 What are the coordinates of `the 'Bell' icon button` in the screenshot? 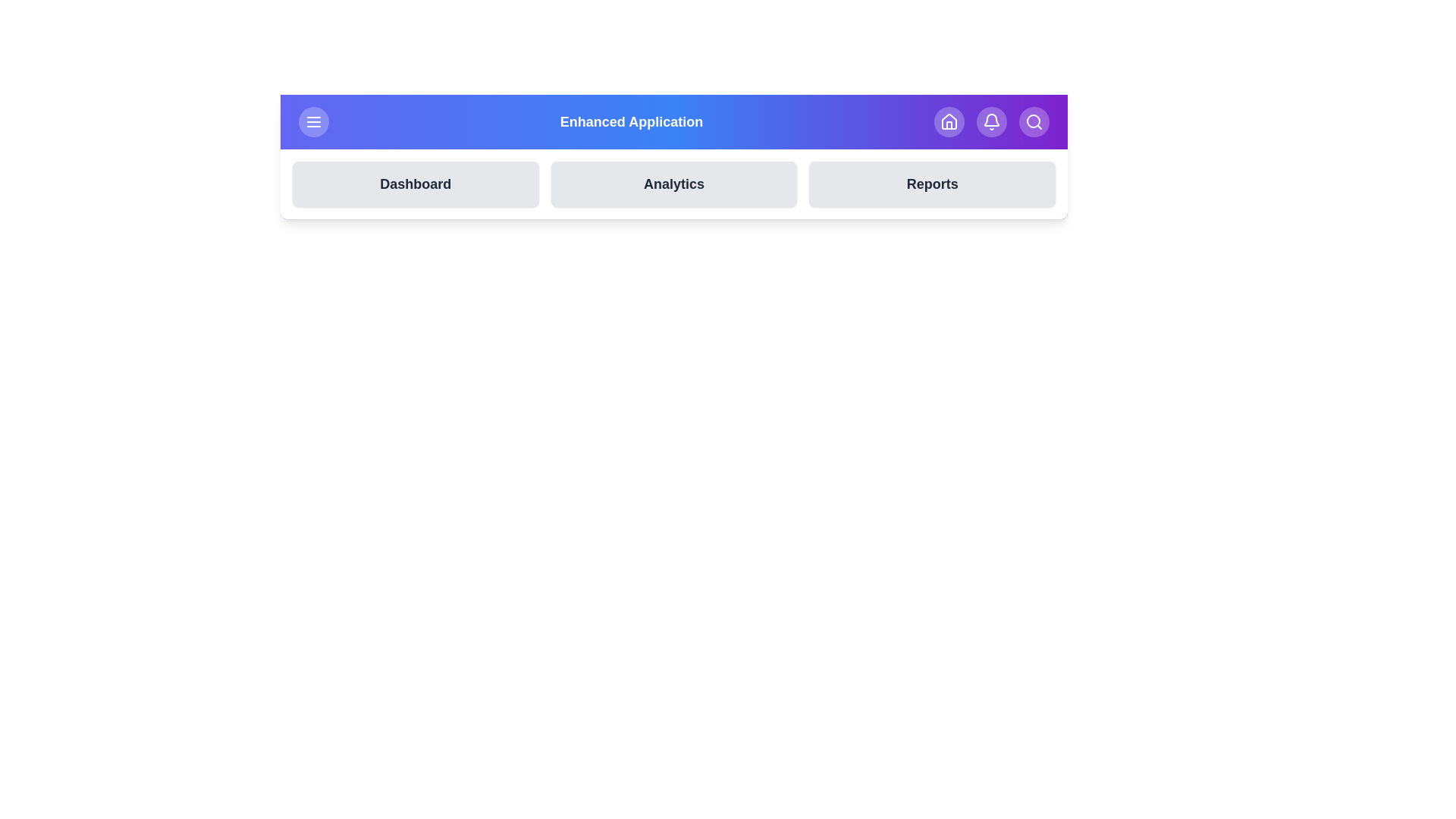 It's located at (991, 121).